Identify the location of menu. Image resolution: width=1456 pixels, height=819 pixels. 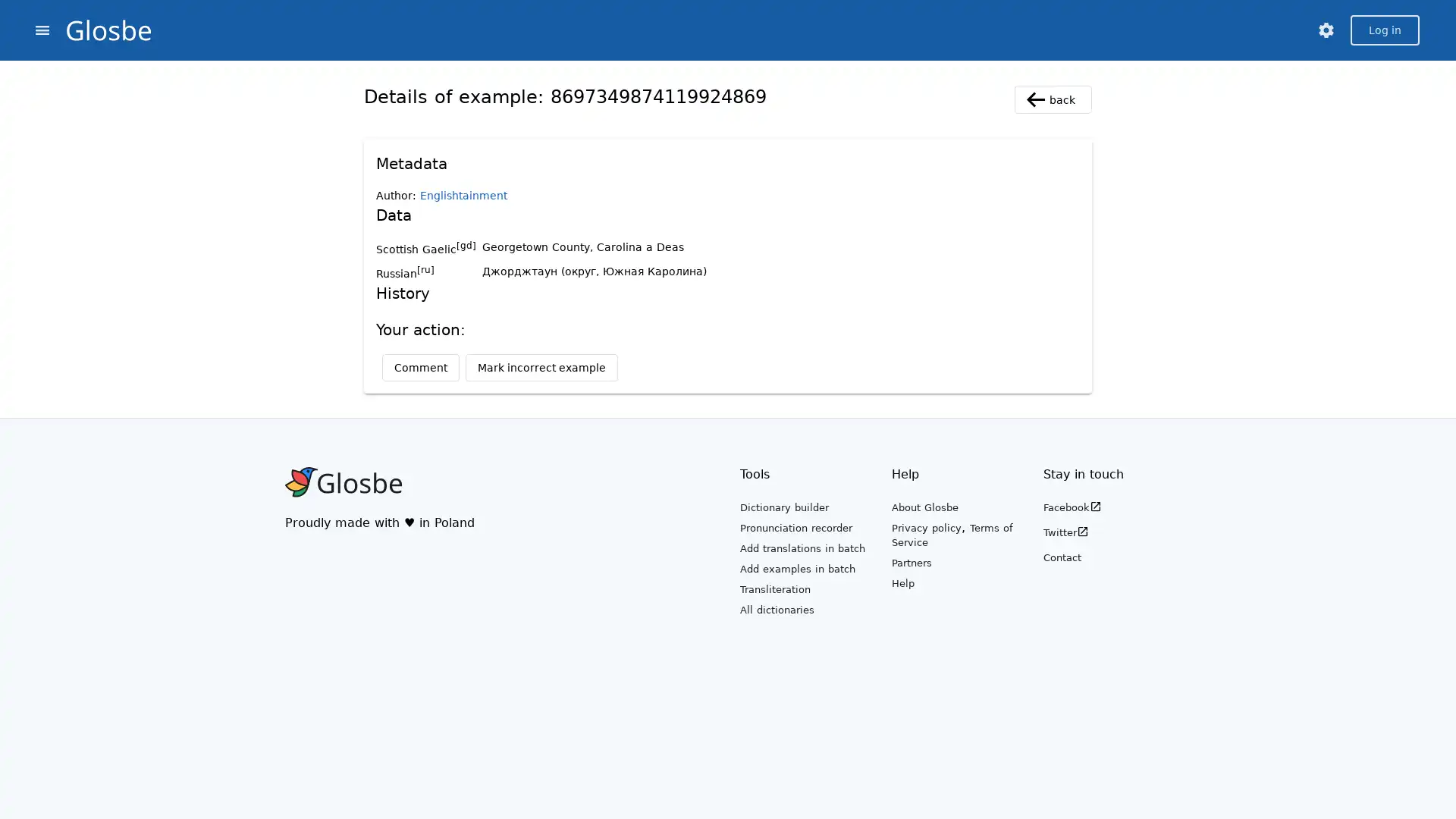
(42, 30).